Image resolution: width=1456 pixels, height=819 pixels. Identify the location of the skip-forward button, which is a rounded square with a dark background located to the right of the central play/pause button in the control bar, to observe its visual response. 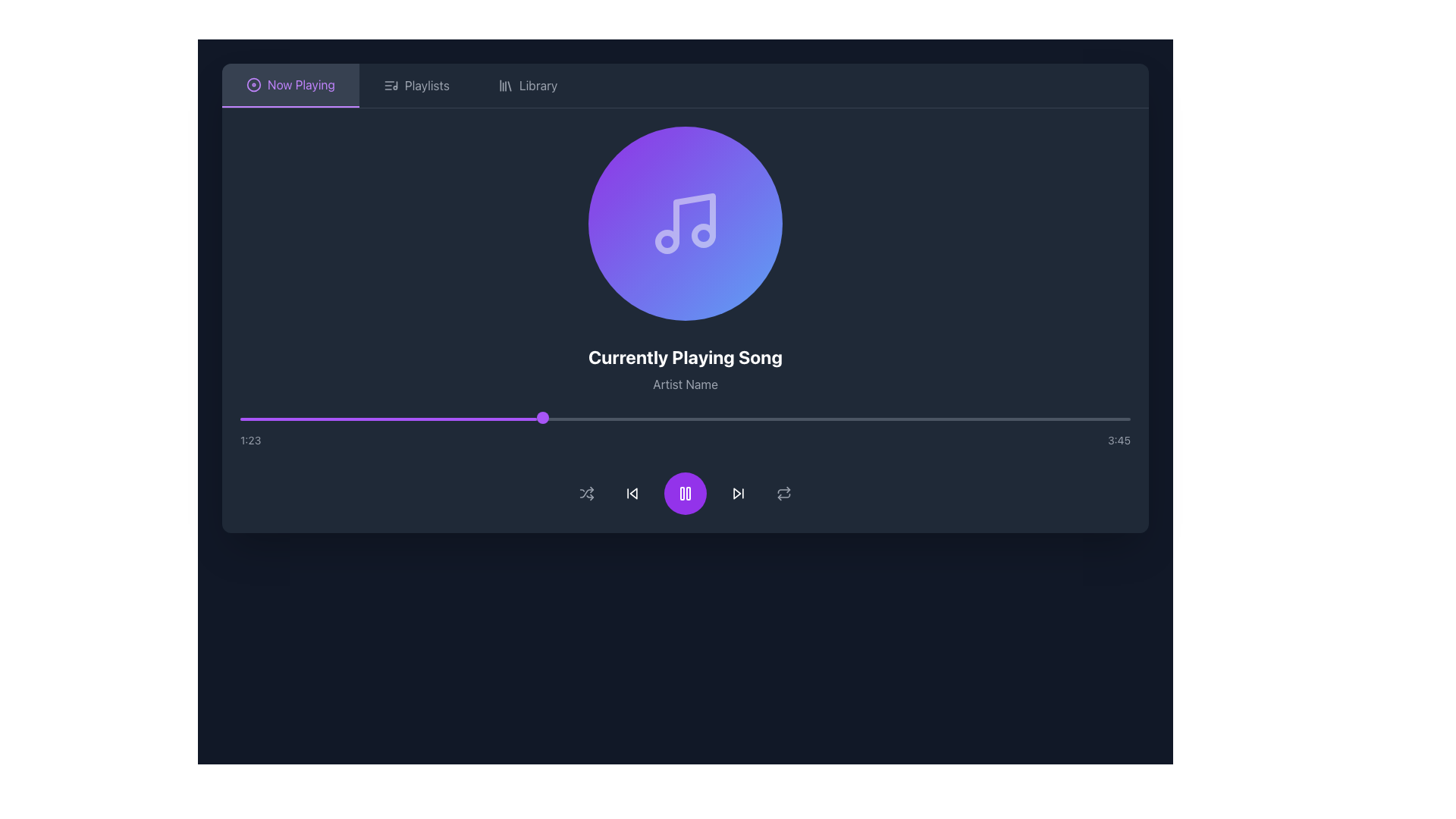
(739, 494).